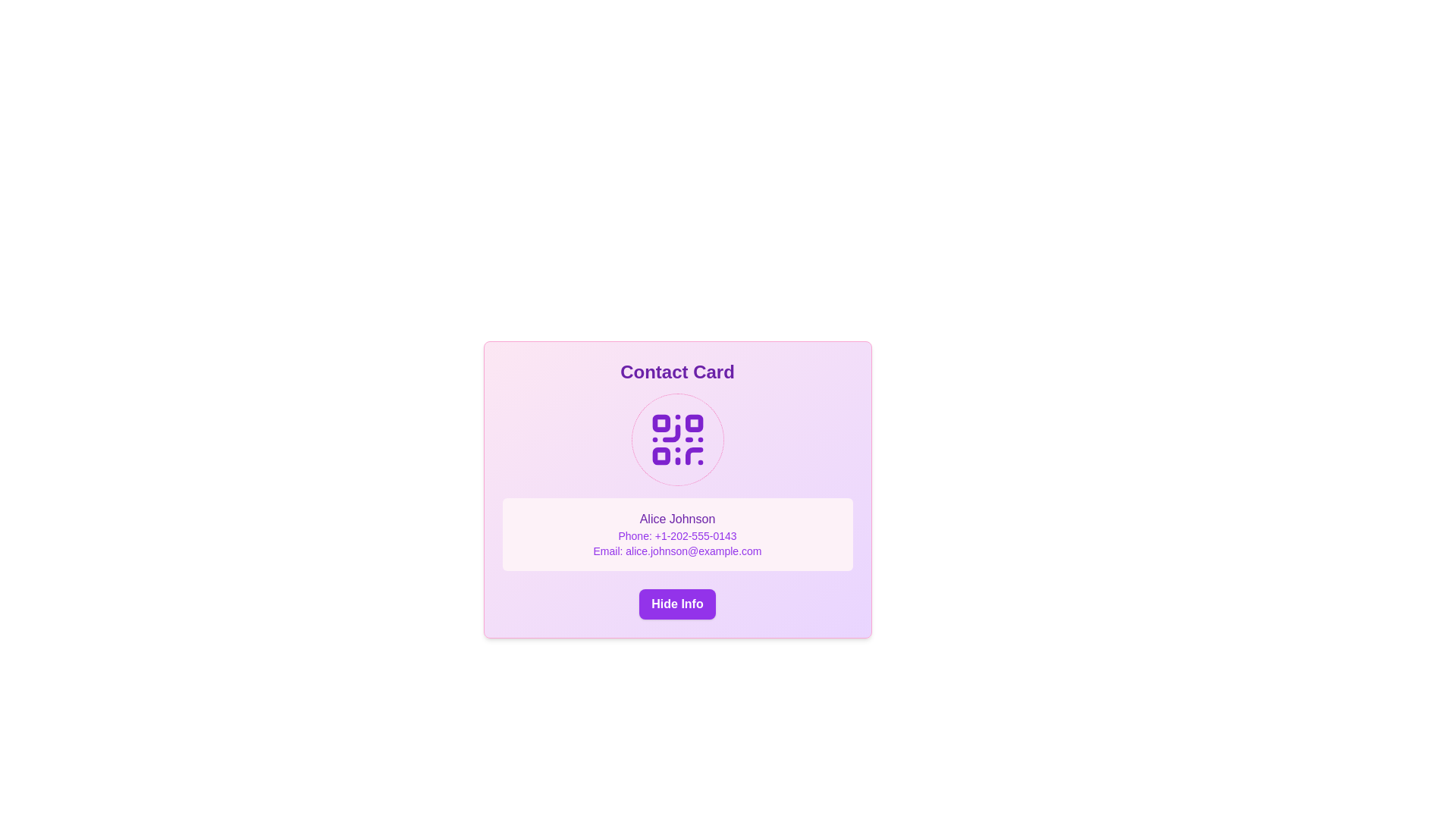  Describe the element at coordinates (661, 423) in the screenshot. I see `the first square of the QR code graphic, which is a decorative component located at the top-left of the QR code` at that location.